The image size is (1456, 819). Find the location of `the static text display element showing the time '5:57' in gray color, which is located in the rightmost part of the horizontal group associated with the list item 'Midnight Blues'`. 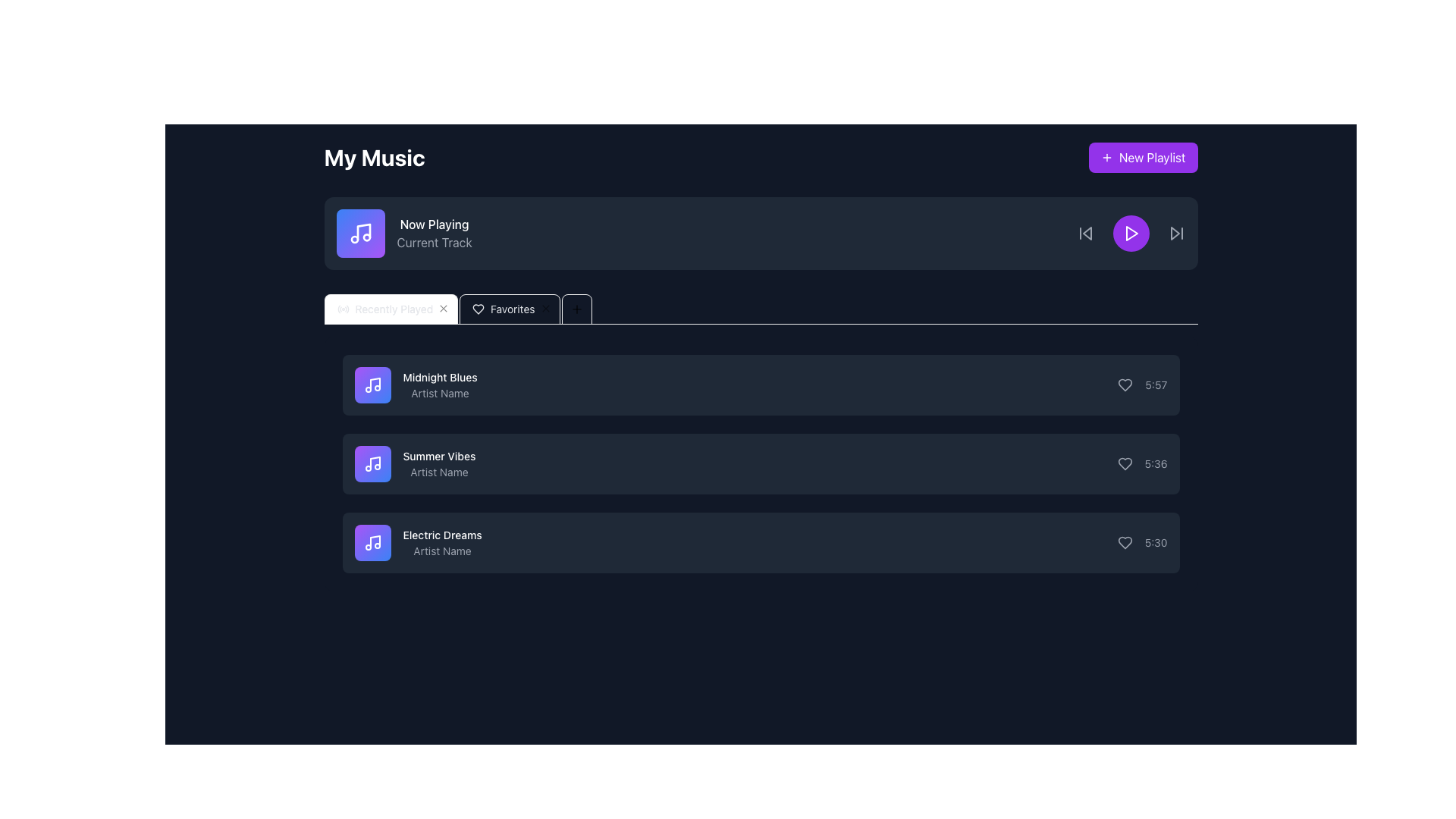

the static text display element showing the time '5:57' in gray color, which is located in the rightmost part of the horizontal group associated with the list item 'Midnight Blues' is located at coordinates (1156, 384).